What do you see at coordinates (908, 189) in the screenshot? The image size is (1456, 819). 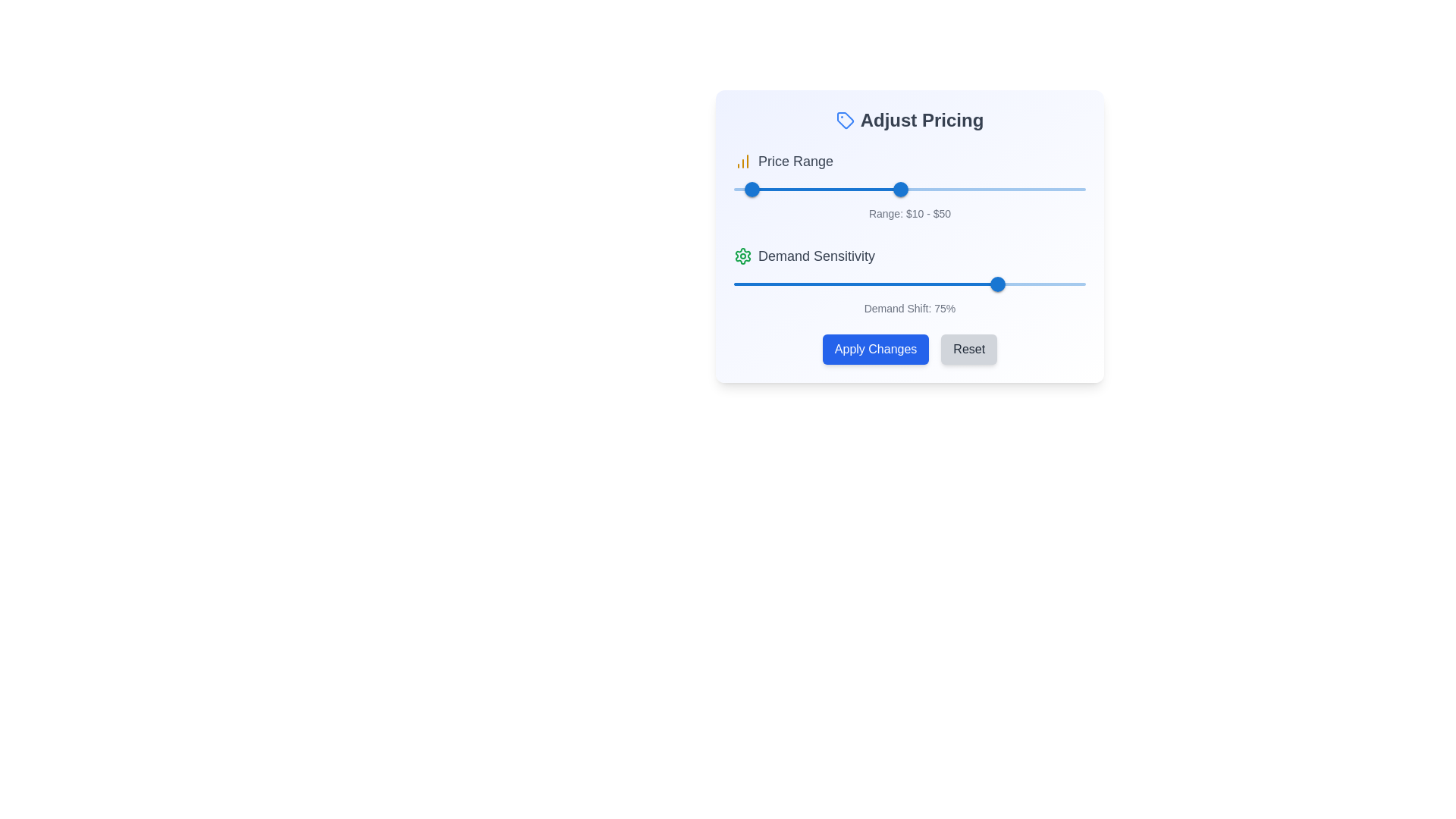 I see `the price range slider` at bounding box center [908, 189].